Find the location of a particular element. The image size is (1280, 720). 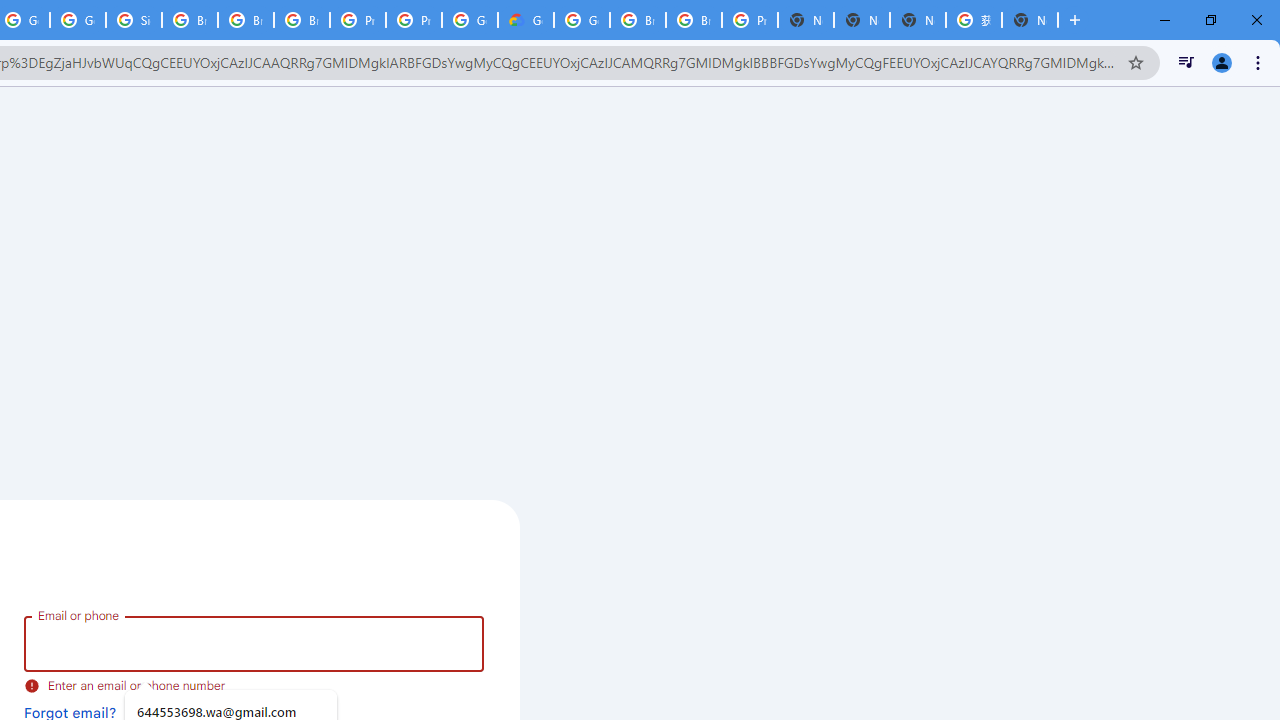

'Browse Chrome as a guest - Computer - Google Chrome Help' is located at coordinates (637, 20).